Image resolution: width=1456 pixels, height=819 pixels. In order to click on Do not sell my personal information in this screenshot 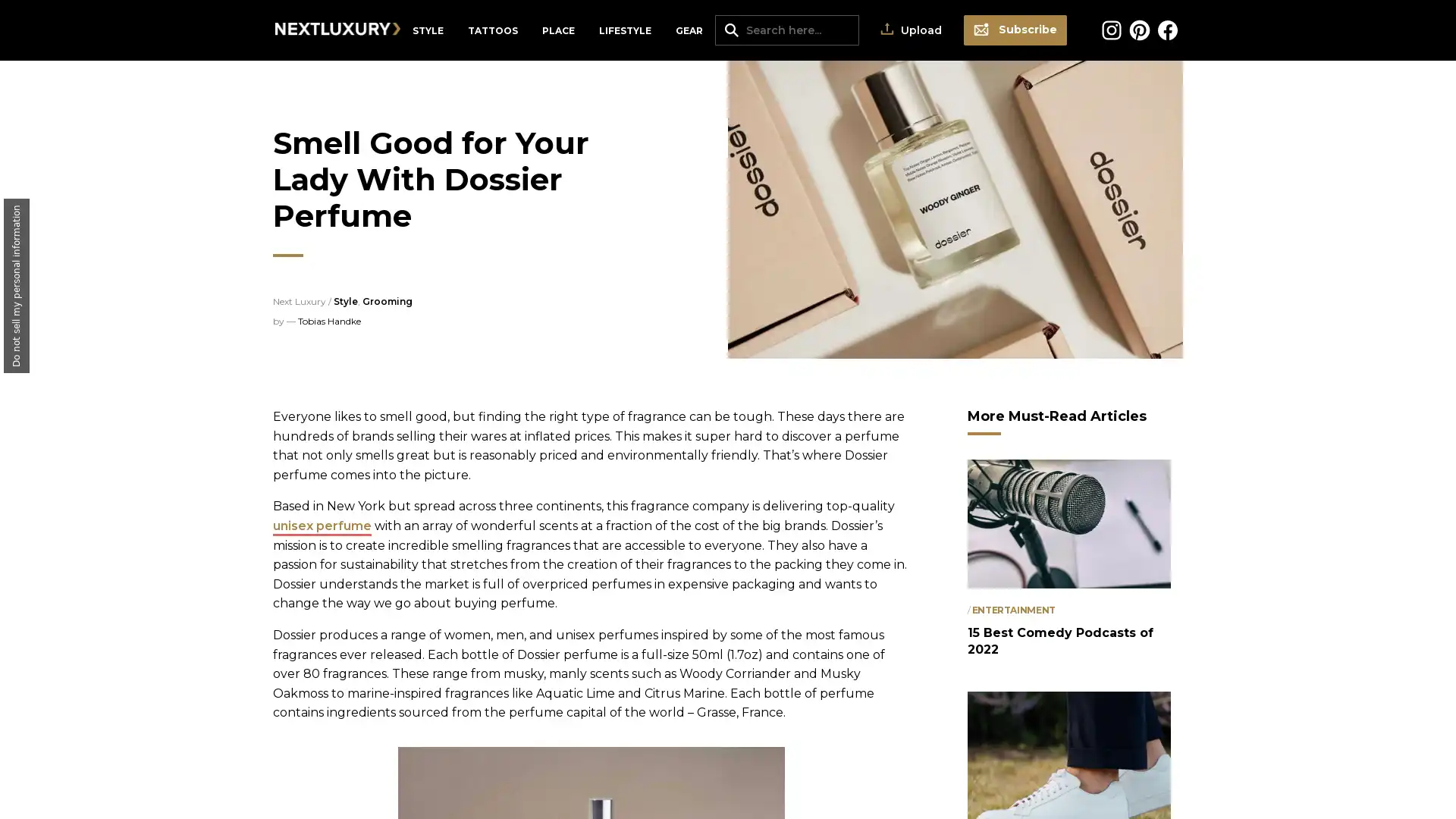, I will do `click(17, 286)`.